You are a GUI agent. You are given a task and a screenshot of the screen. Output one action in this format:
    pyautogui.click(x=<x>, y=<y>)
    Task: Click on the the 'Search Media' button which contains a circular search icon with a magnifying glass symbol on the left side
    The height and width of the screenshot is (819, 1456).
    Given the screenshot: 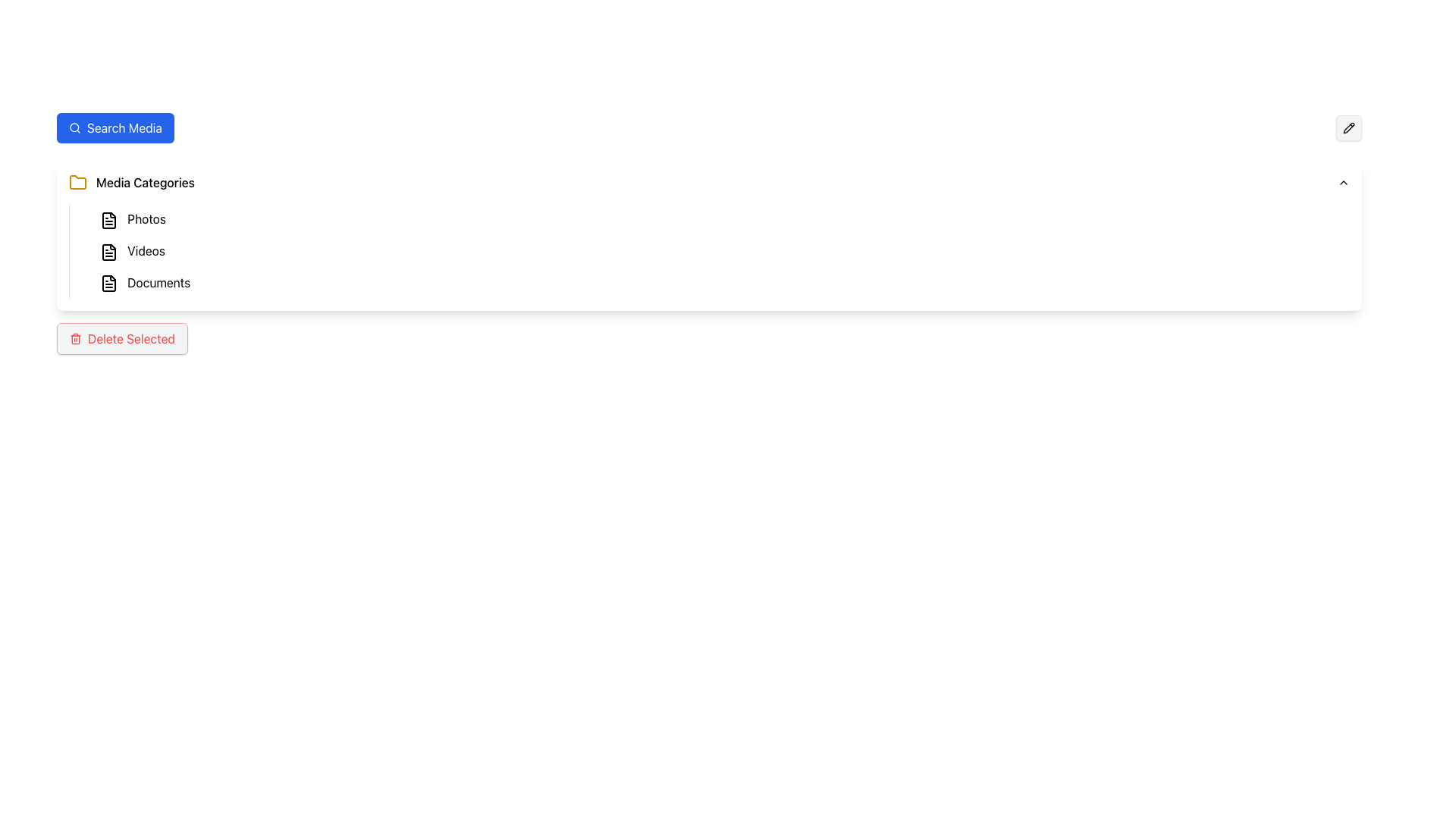 What is the action you would take?
    pyautogui.click(x=74, y=127)
    